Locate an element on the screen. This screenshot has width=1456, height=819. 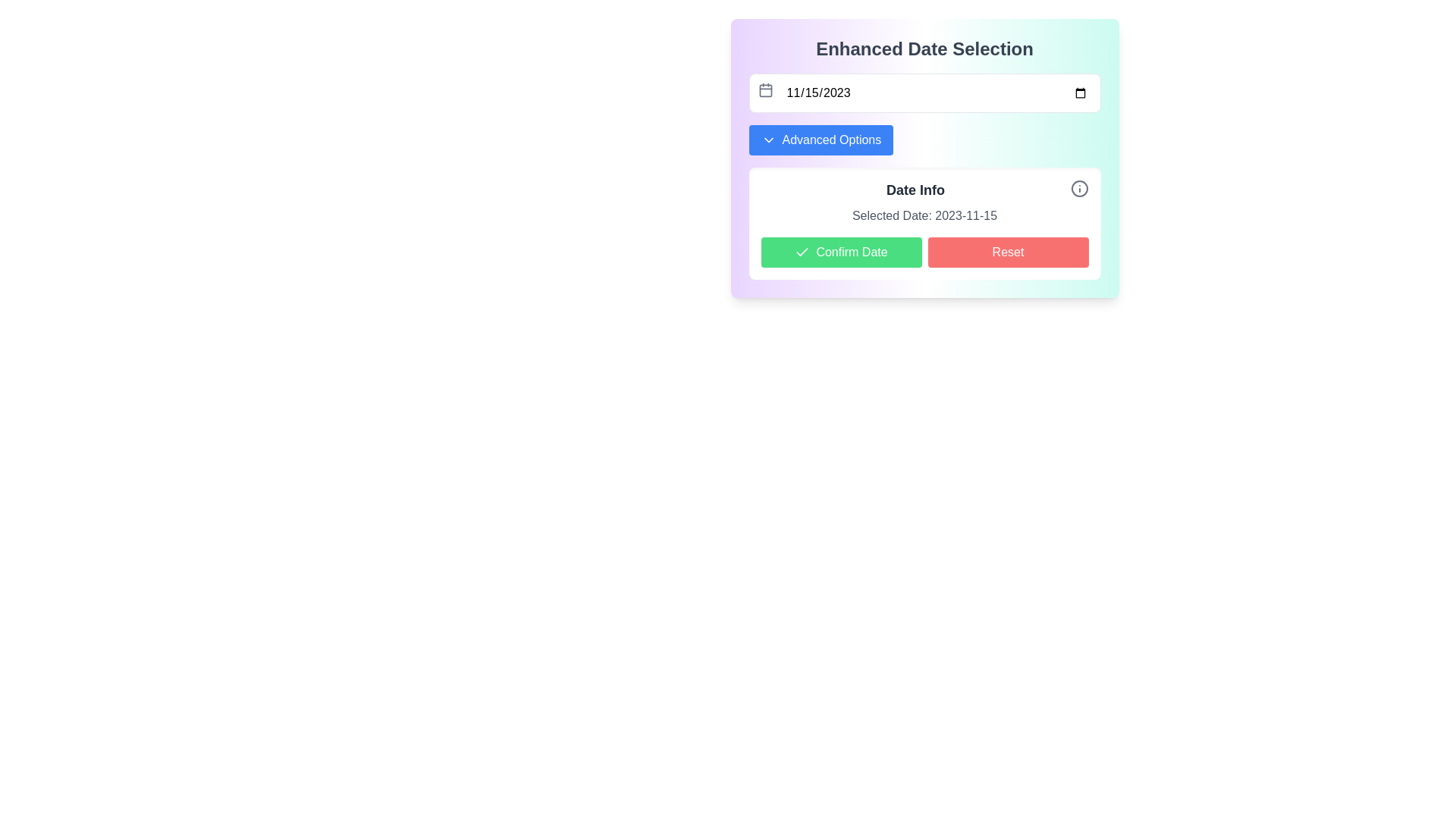
the circular element at its center is located at coordinates (1078, 188).